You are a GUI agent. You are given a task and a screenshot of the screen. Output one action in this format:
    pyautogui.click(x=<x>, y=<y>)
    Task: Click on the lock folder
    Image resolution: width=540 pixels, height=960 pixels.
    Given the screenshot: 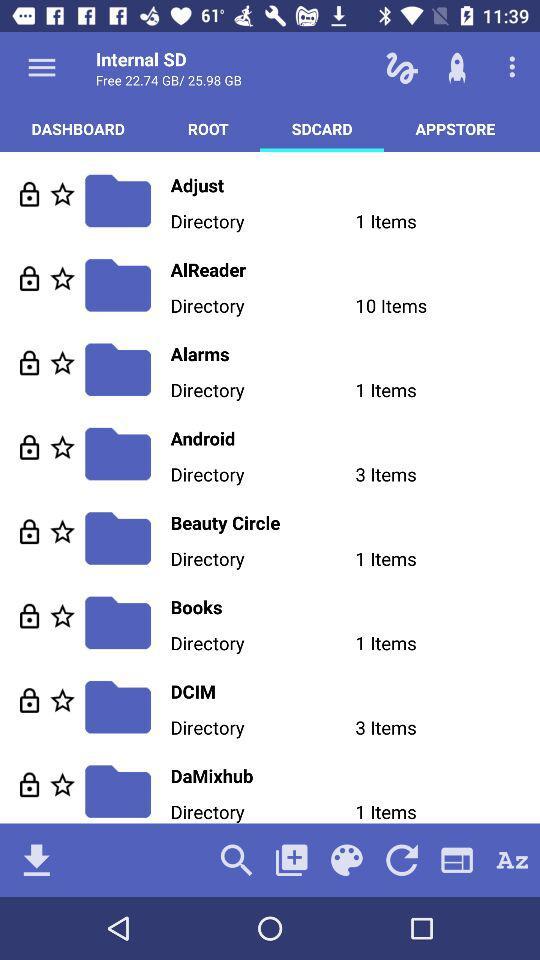 What is the action you would take?
    pyautogui.click(x=28, y=530)
    